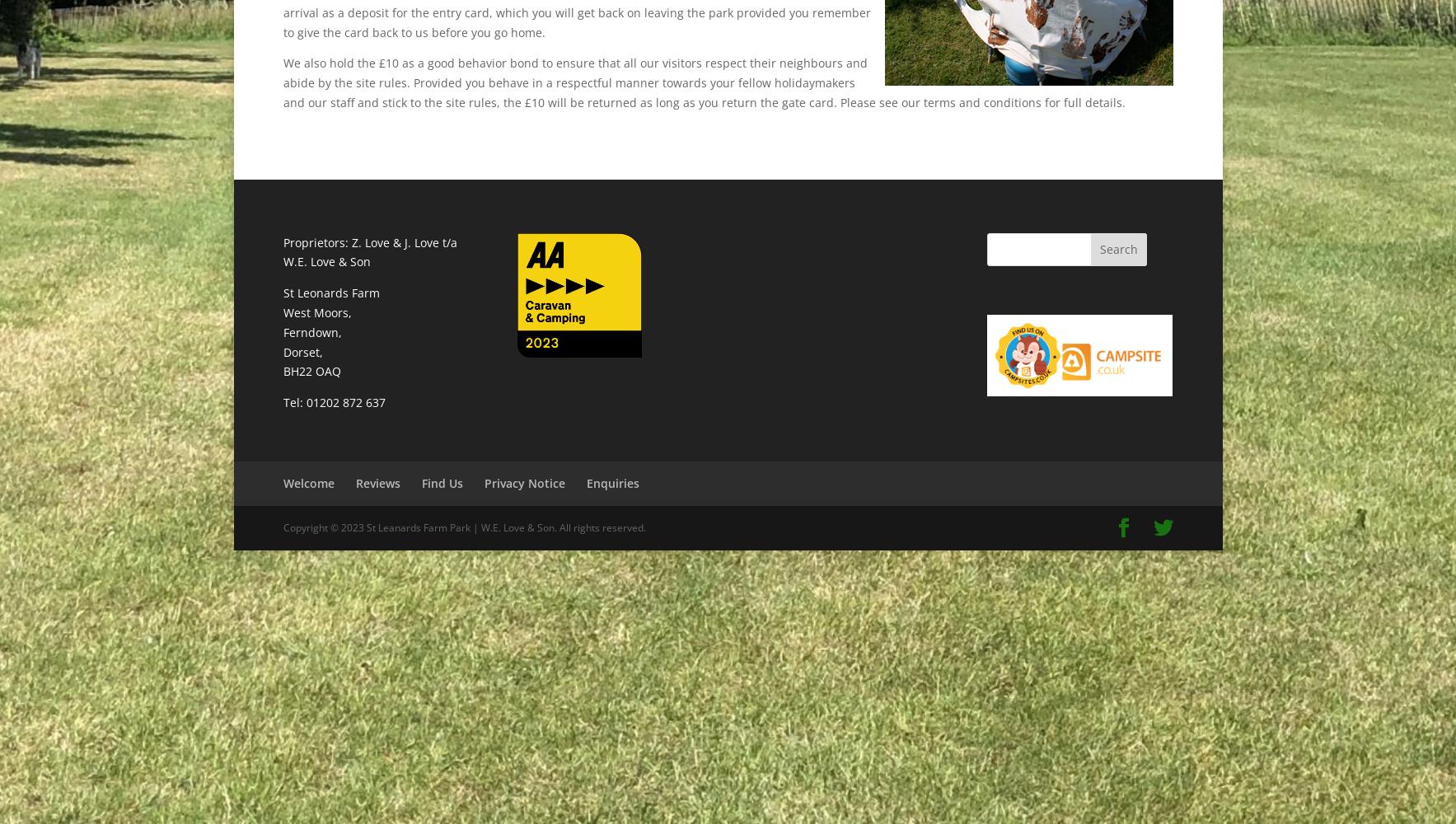 The height and width of the screenshot is (824, 1456). Describe the element at coordinates (316, 311) in the screenshot. I see `'West Moors,'` at that location.